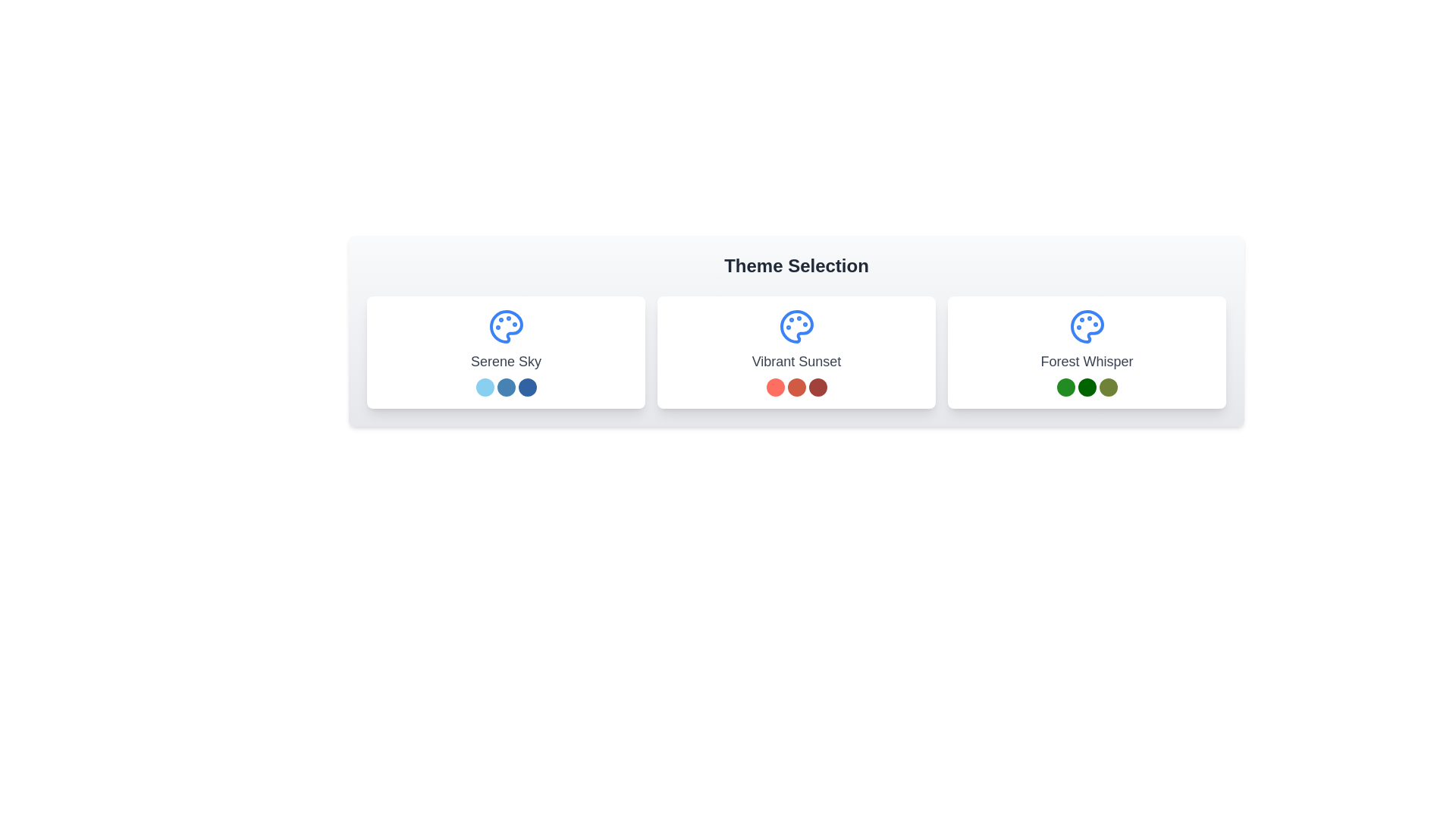 The width and height of the screenshot is (1456, 819). Describe the element at coordinates (506, 386) in the screenshot. I see `the grouped color indicators located beneath the 'Serene Sky' title and color palette icon in the left card of the three-card layout` at that location.